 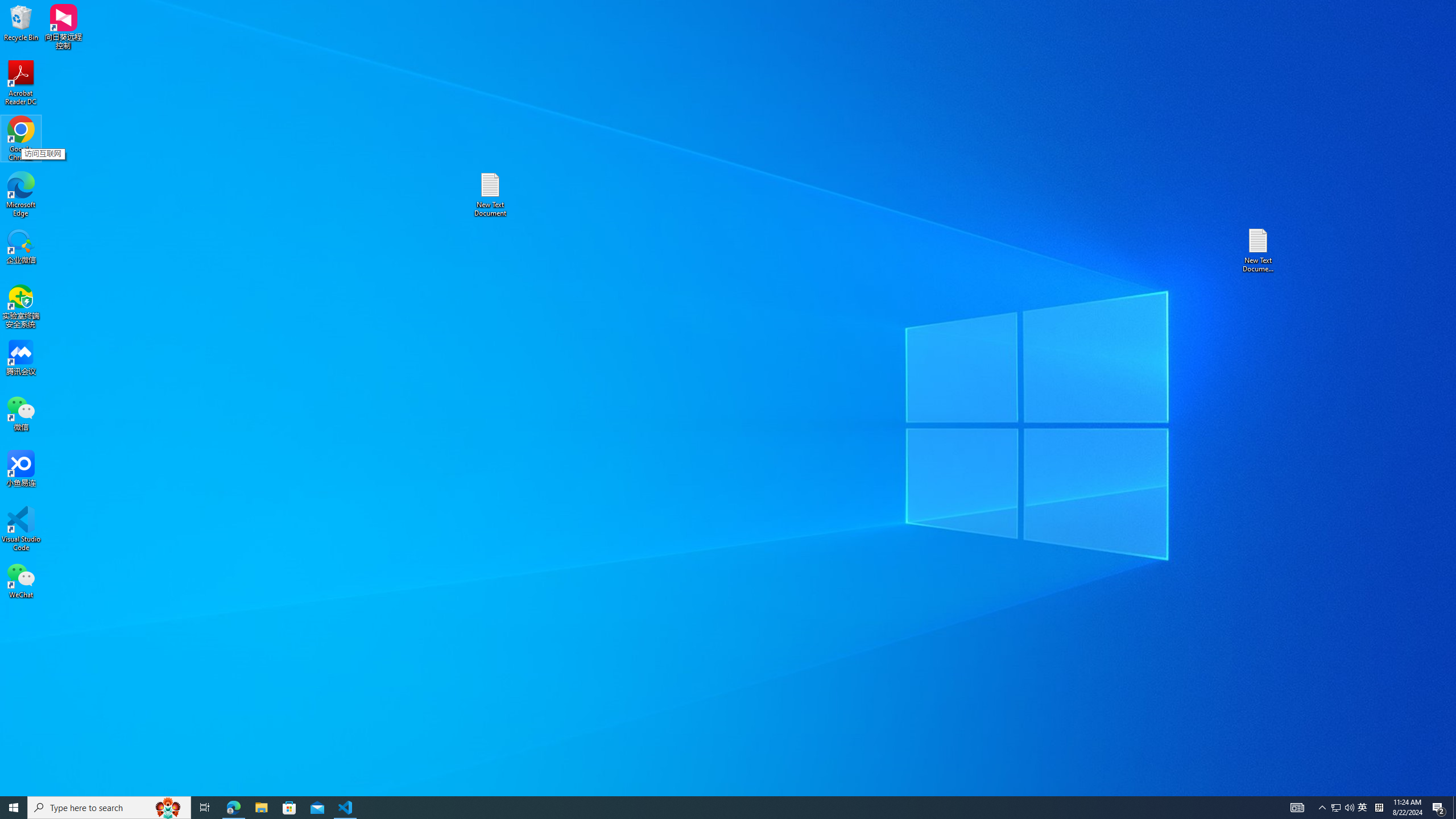 What do you see at coordinates (167, 806) in the screenshot?
I see `'Search highlights icon opens search home window'` at bounding box center [167, 806].